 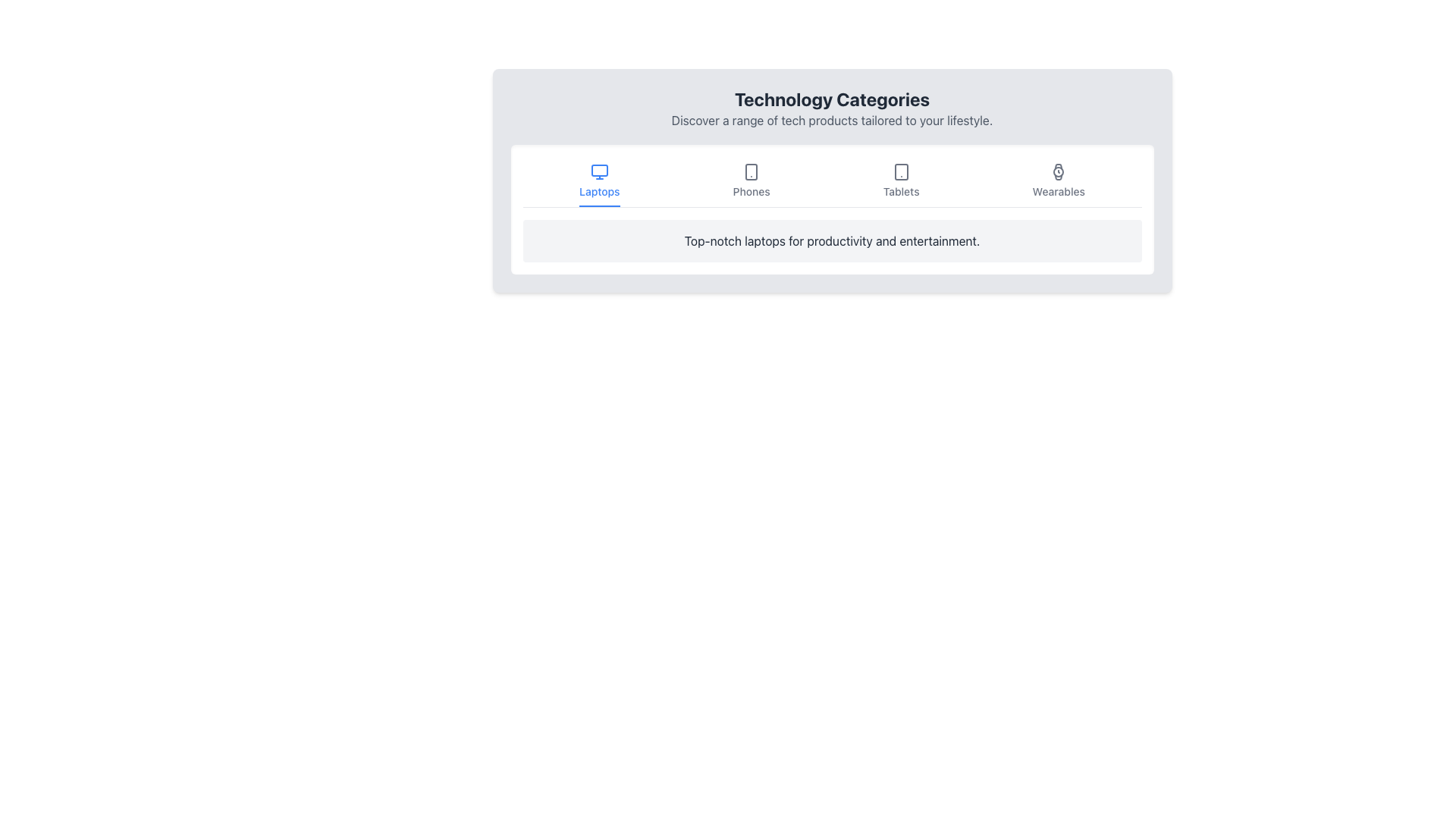 I want to click on the static text label that identifies the 'Tablets' category, which is located under the tablet icon in the third position of the category row, so click(x=901, y=191).